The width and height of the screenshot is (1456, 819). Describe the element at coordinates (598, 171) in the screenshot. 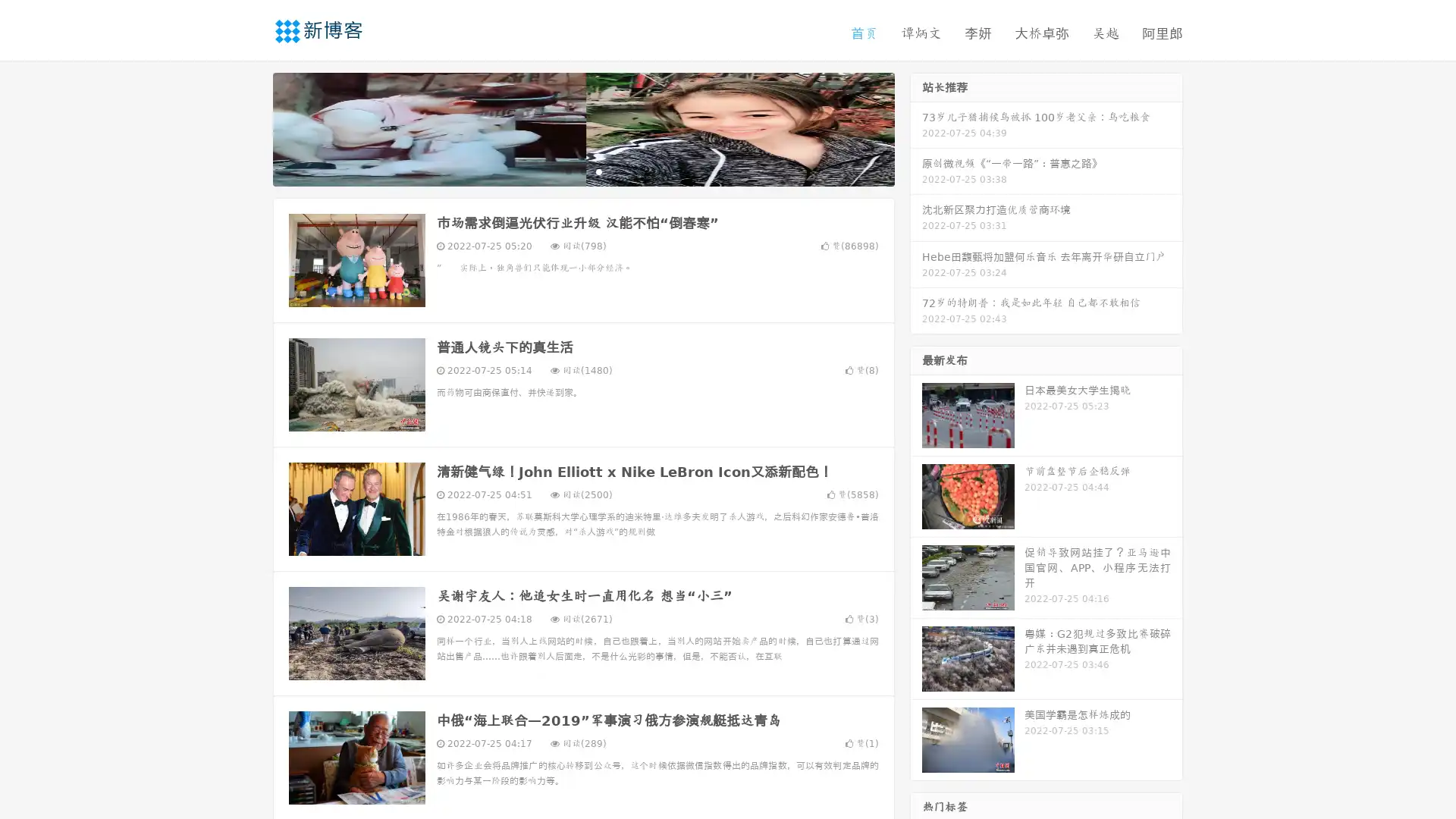

I see `Go to slide 3` at that location.